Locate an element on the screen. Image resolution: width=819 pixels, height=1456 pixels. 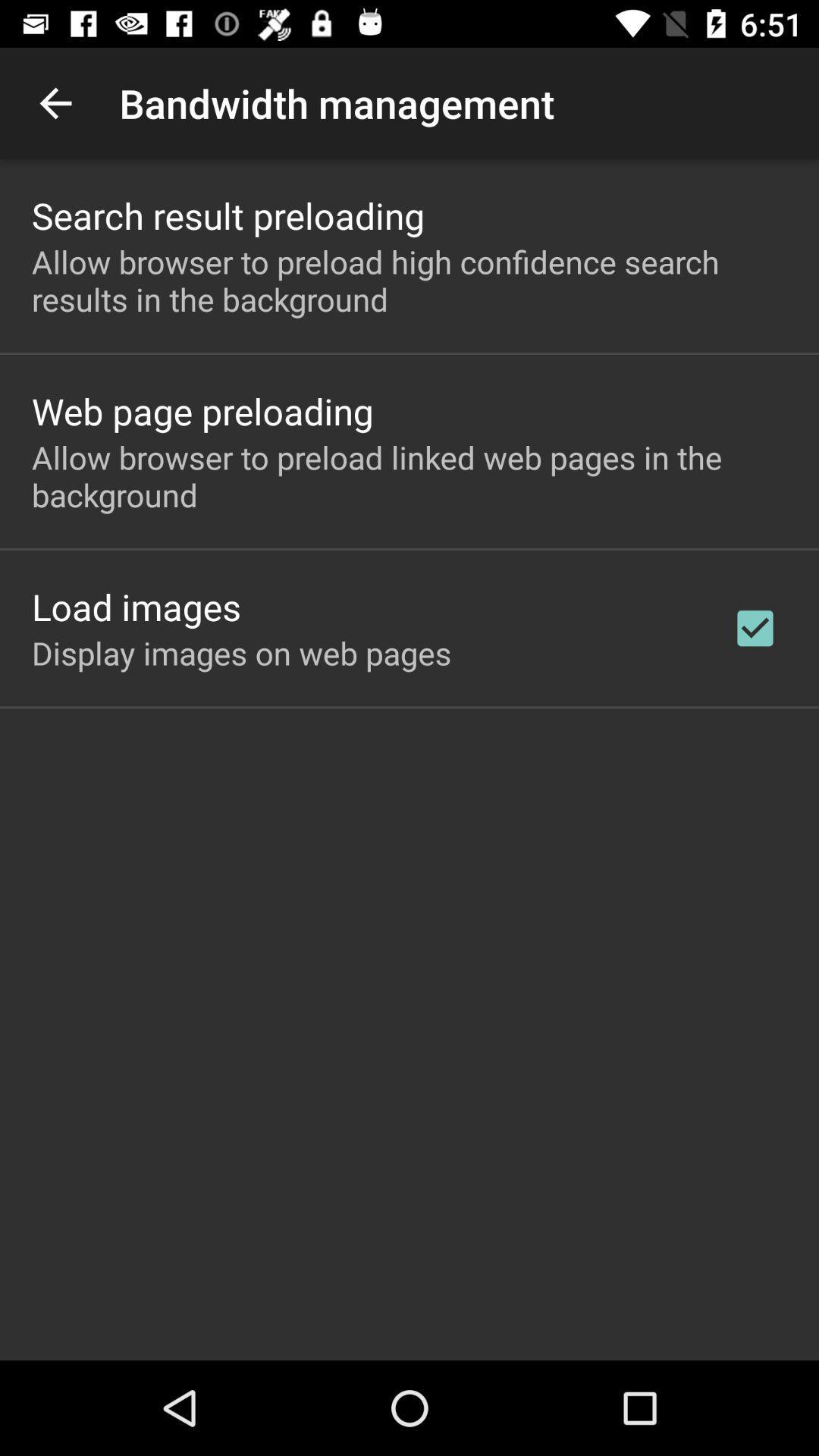
the icon next to bandwidth management item is located at coordinates (55, 102).